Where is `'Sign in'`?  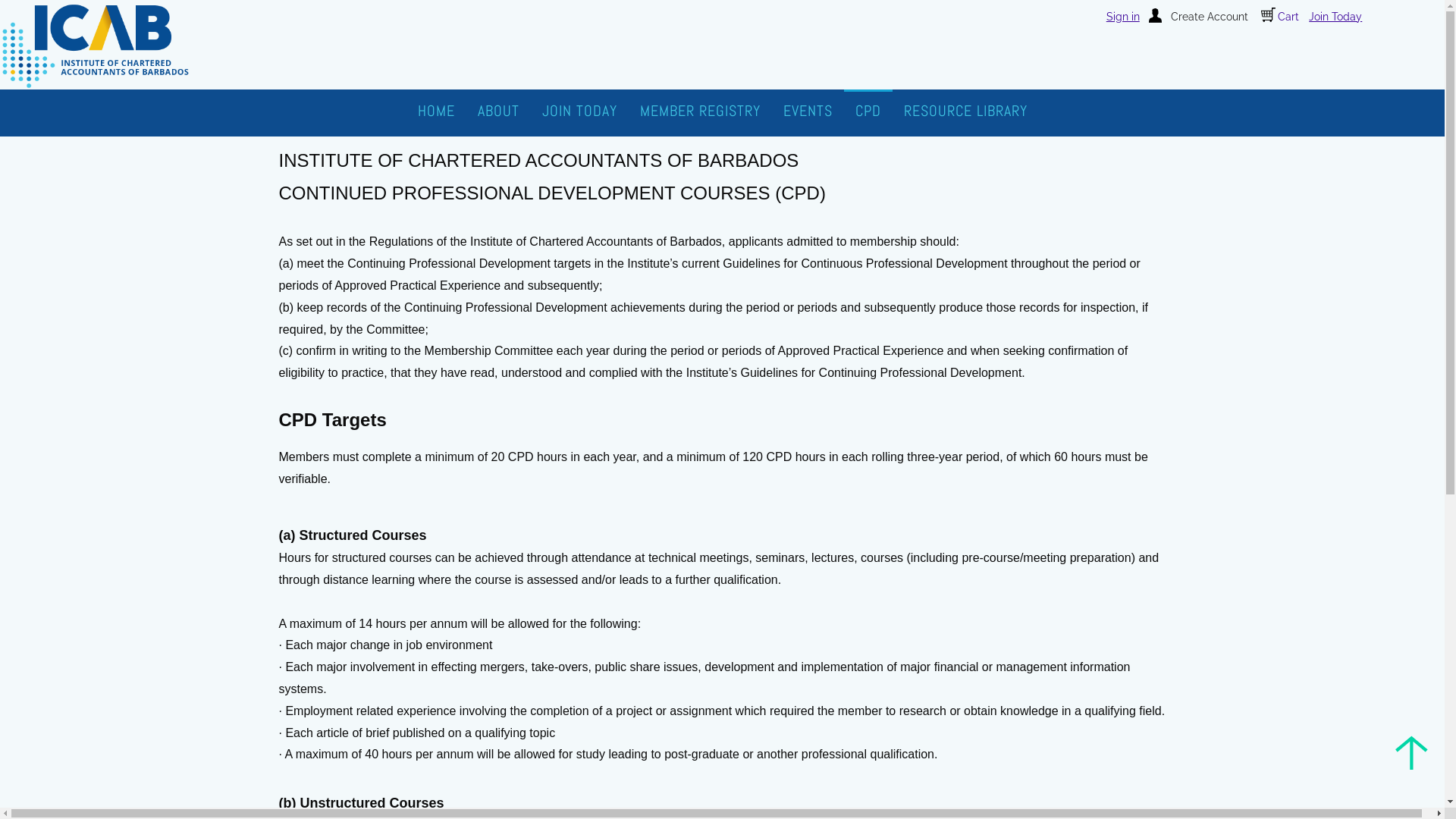 'Sign in' is located at coordinates (1106, 17).